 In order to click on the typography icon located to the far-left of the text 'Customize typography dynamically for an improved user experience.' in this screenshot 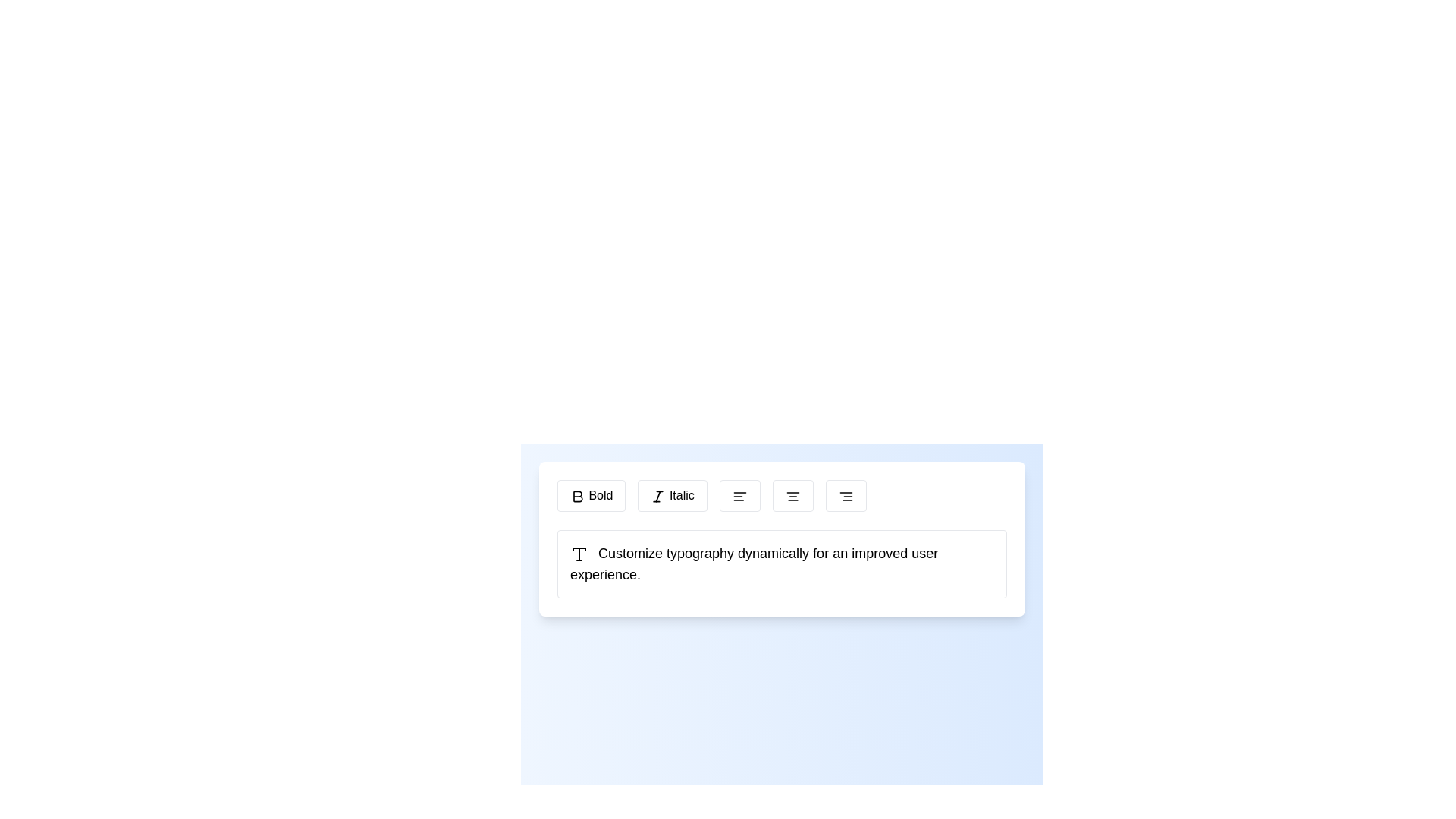, I will do `click(578, 554)`.